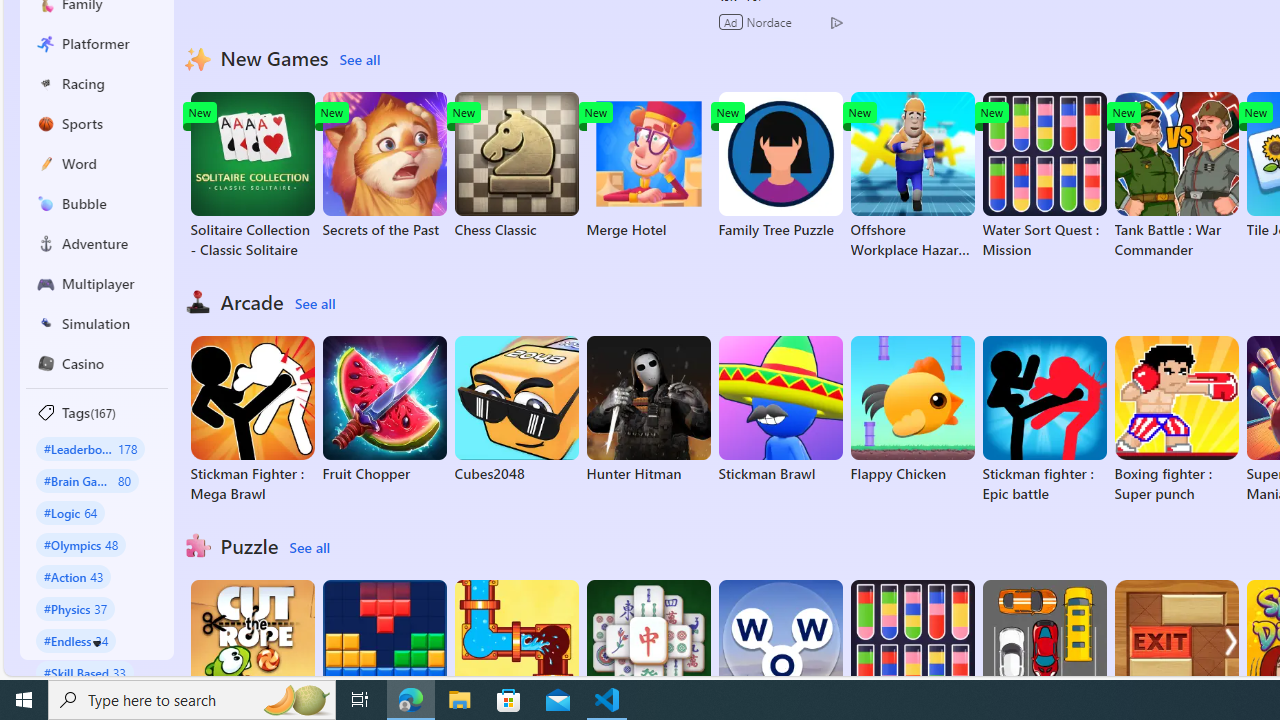 Image resolution: width=1280 pixels, height=720 pixels. I want to click on 'Secrets of the Past', so click(384, 164).